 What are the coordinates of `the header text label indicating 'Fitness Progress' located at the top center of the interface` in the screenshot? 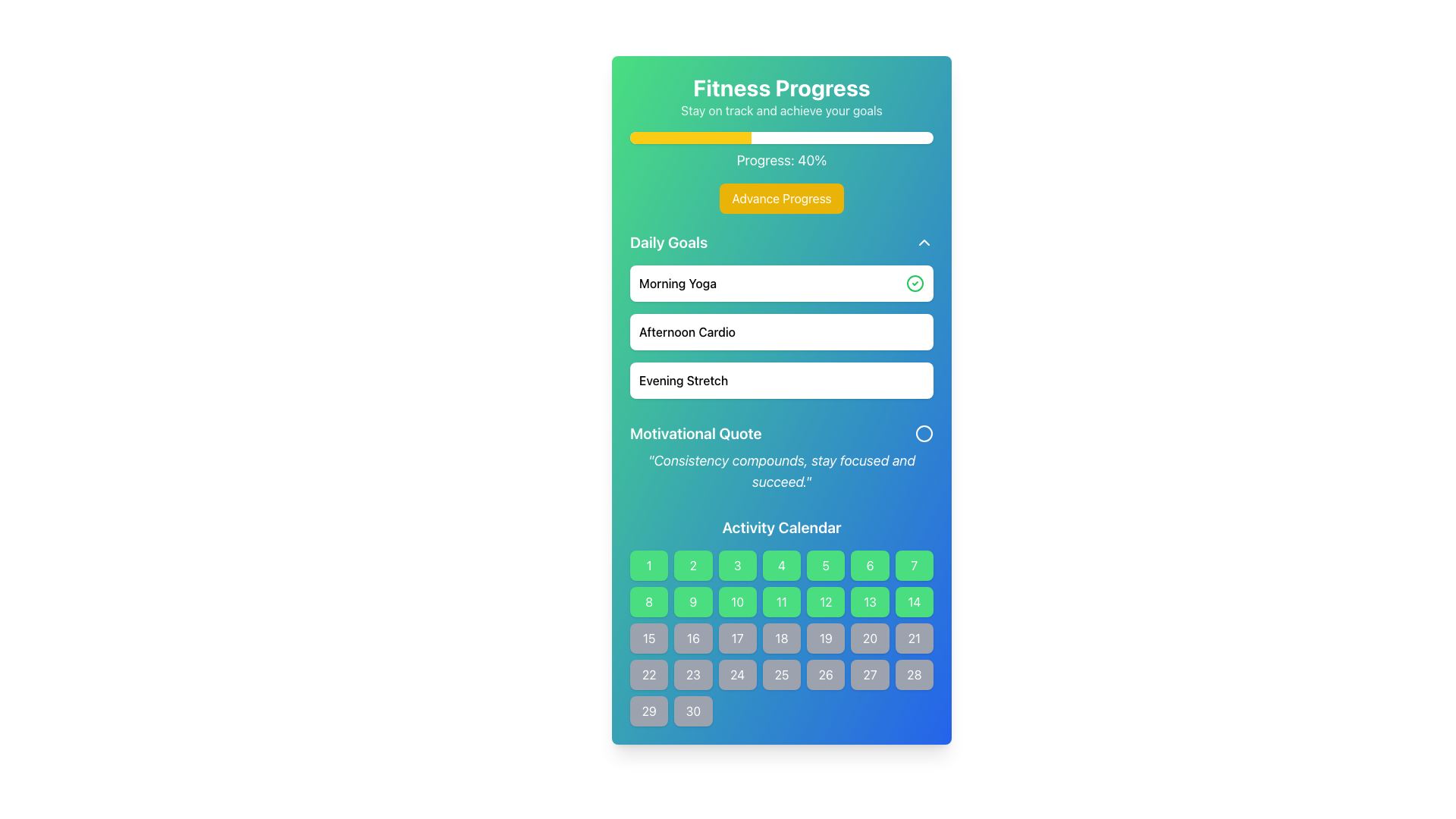 It's located at (782, 87).